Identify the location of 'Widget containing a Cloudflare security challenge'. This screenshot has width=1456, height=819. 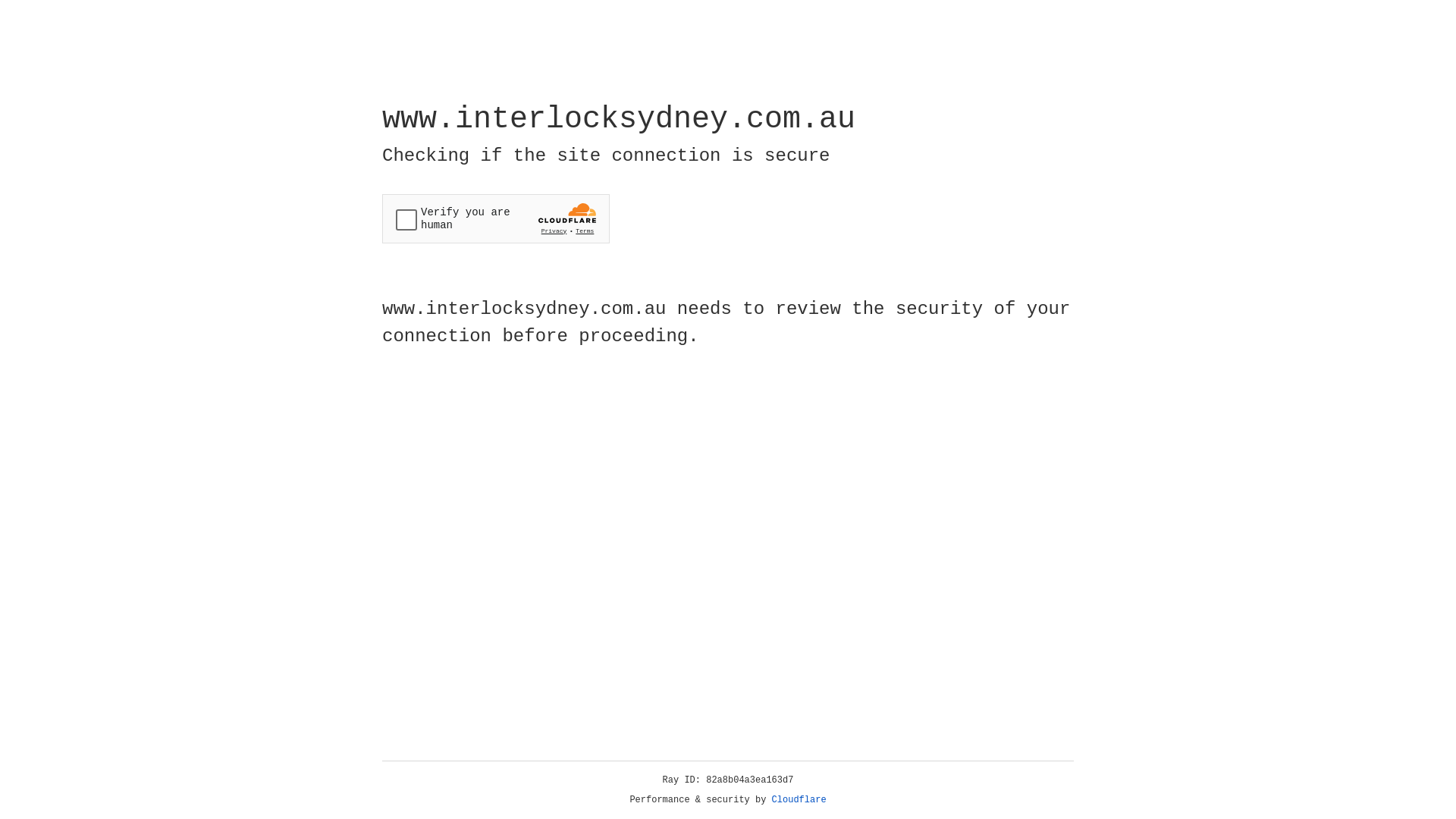
(495, 218).